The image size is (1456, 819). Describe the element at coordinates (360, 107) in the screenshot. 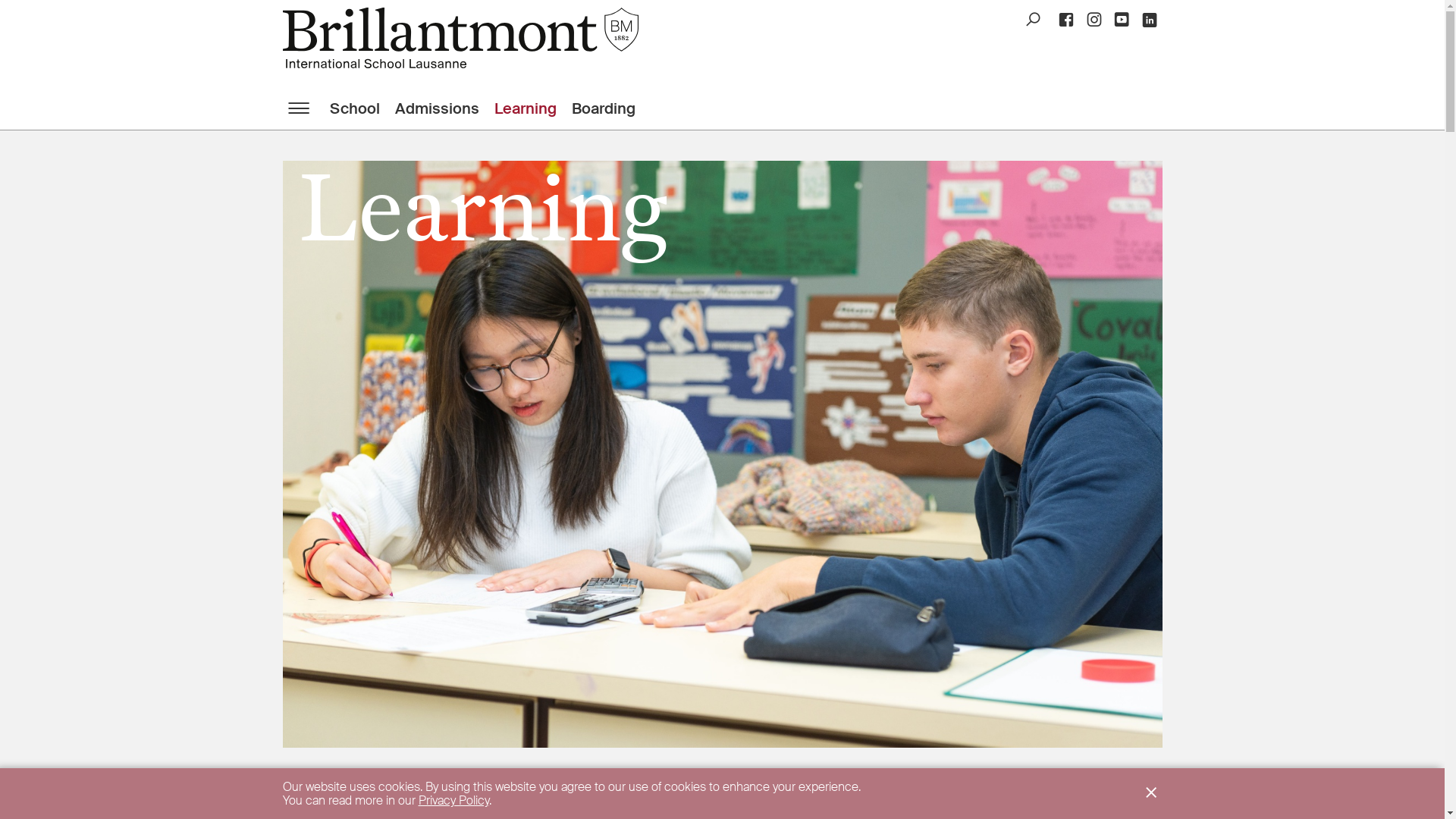

I see `'School'` at that location.